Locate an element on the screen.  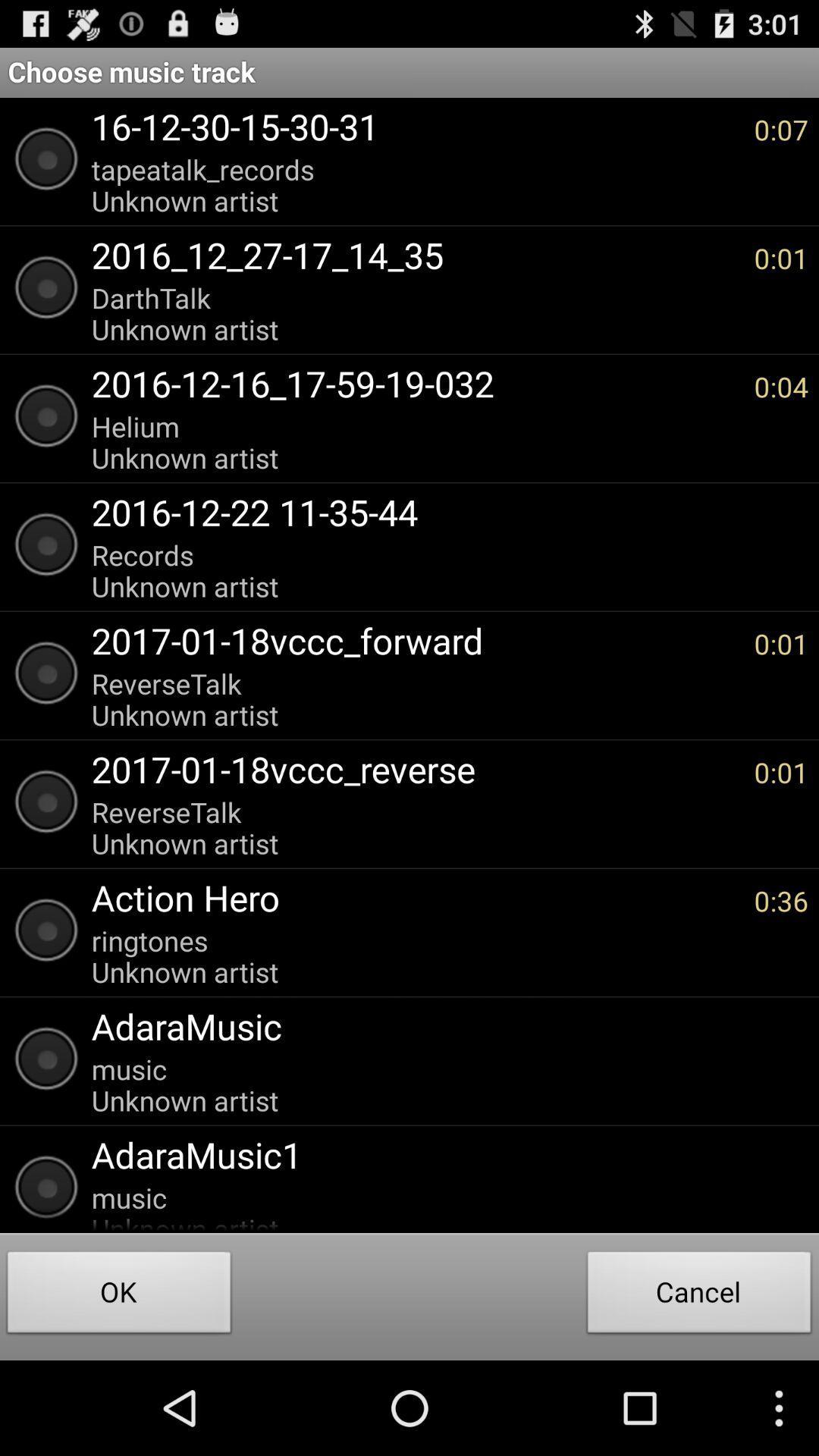
the app above 2016_12_27-17_14_35 is located at coordinates (415, 184).